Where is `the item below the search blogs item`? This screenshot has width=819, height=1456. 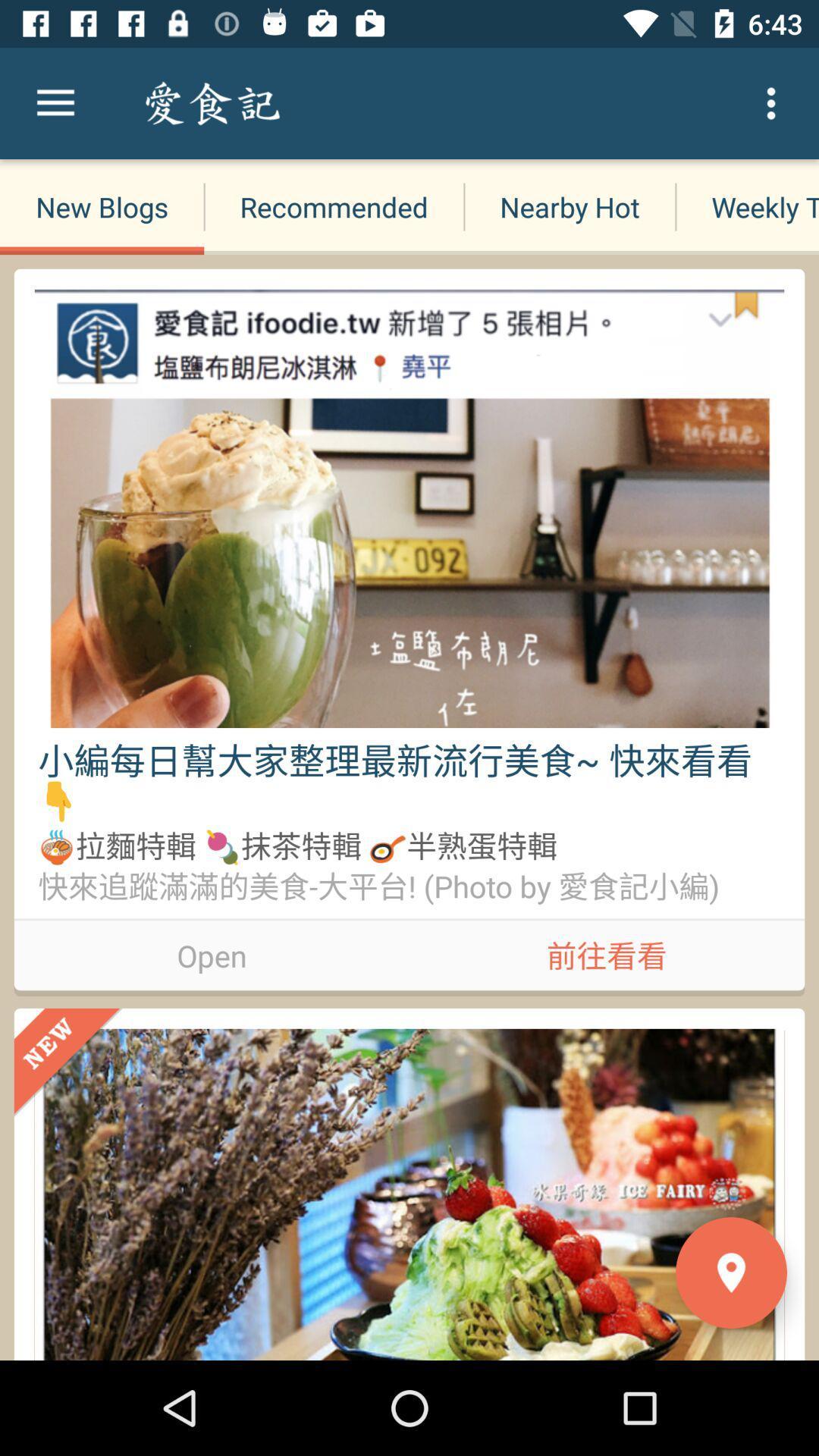 the item below the search blogs item is located at coordinates (333, 206).